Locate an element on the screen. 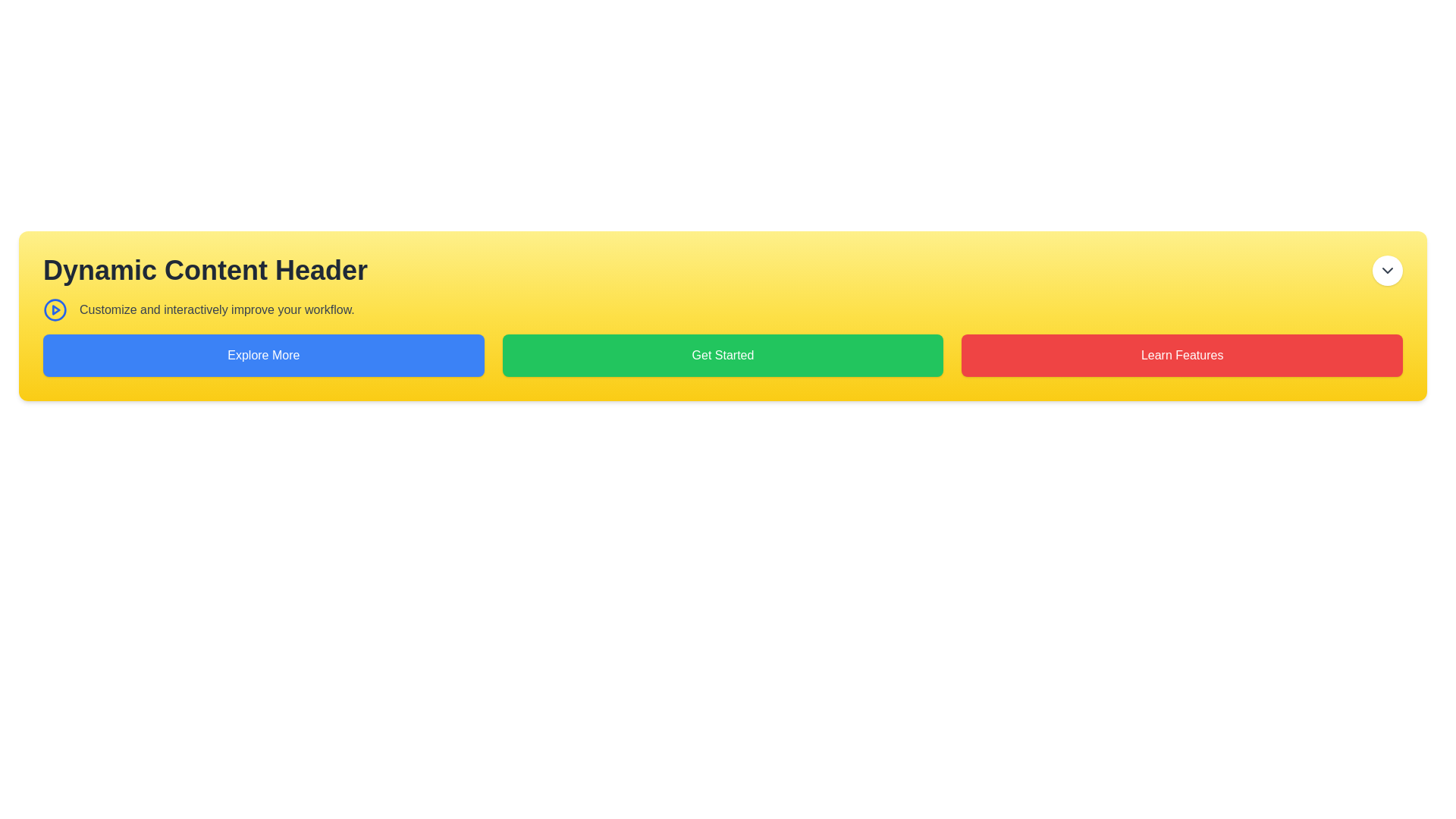 The height and width of the screenshot is (819, 1456). the green 'Get Started' button to observe the hover effect is located at coordinates (722, 356).